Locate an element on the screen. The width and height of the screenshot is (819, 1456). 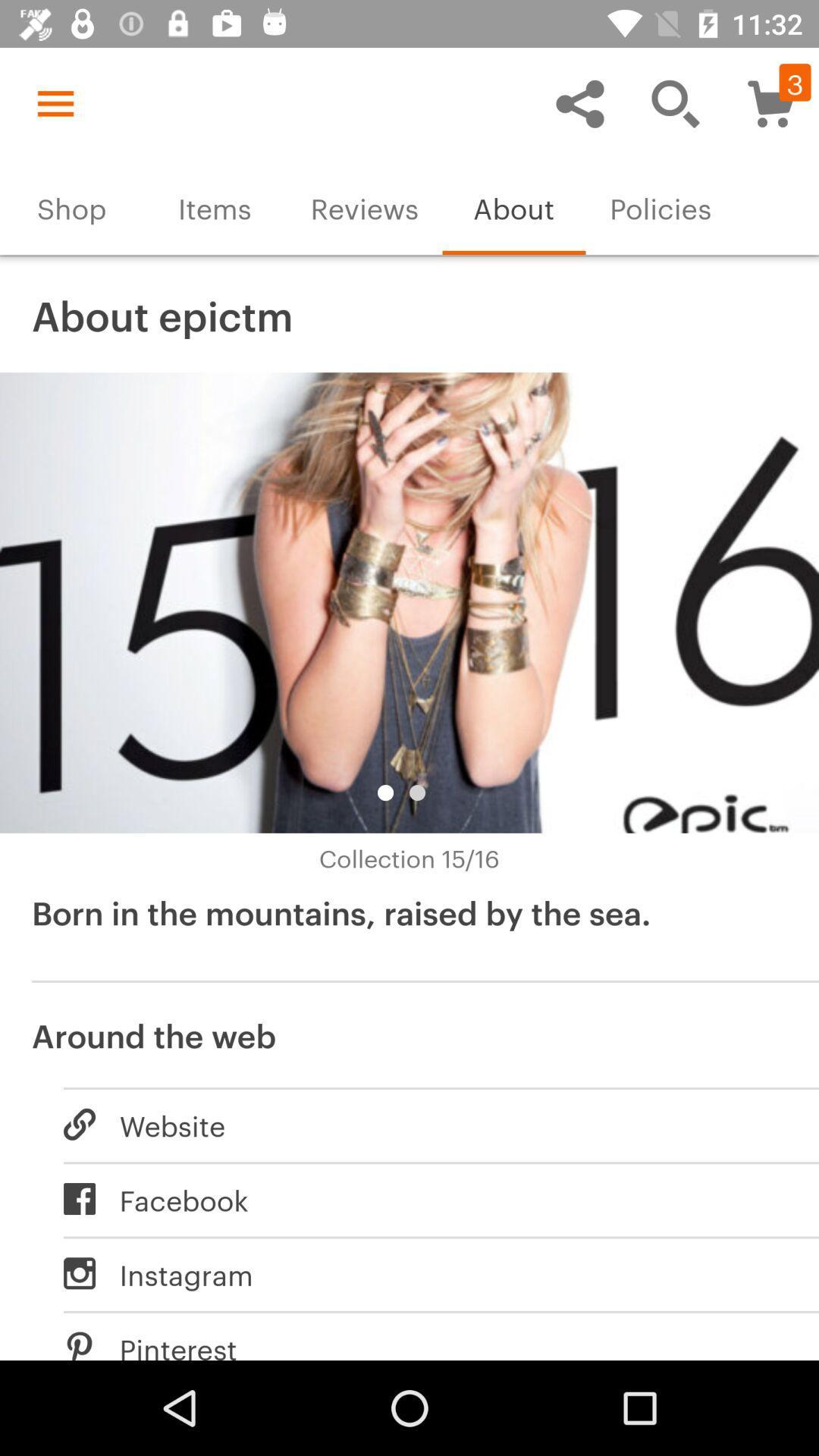
icon below facebook is located at coordinates (425, 1273).